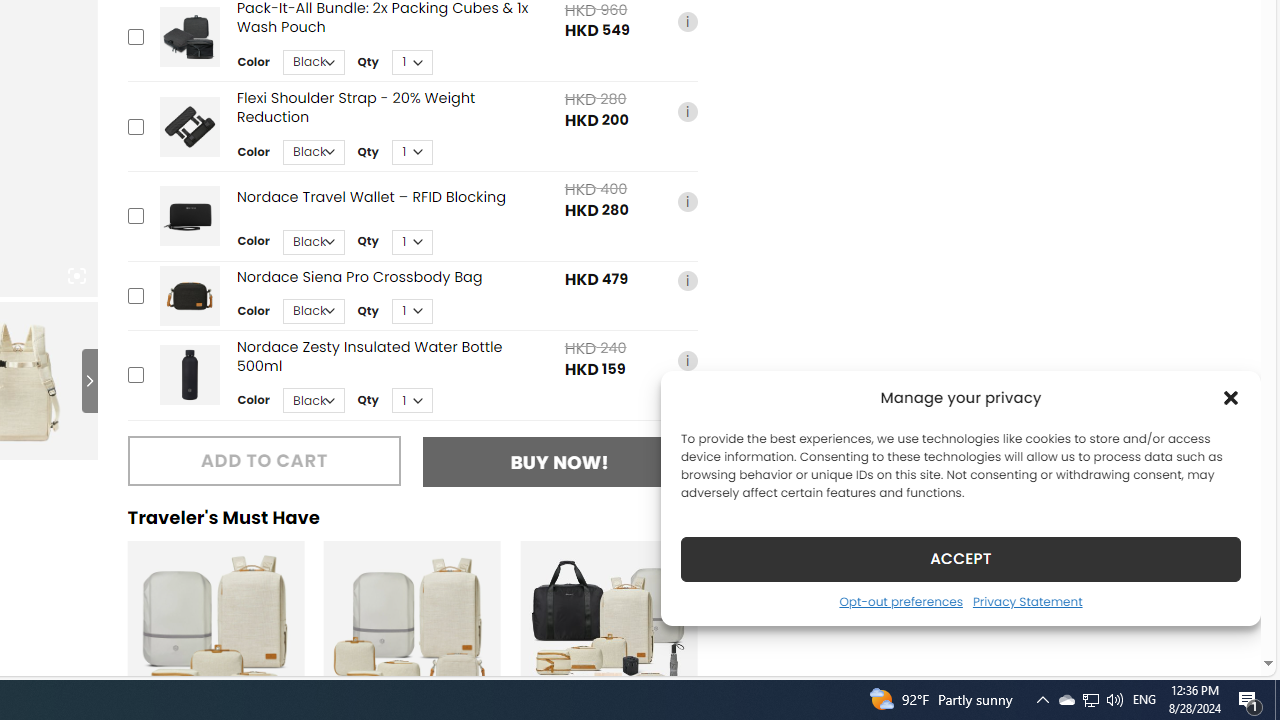 This screenshot has height=720, width=1280. Describe the element at coordinates (899, 600) in the screenshot. I see `'Opt-out preferences'` at that location.